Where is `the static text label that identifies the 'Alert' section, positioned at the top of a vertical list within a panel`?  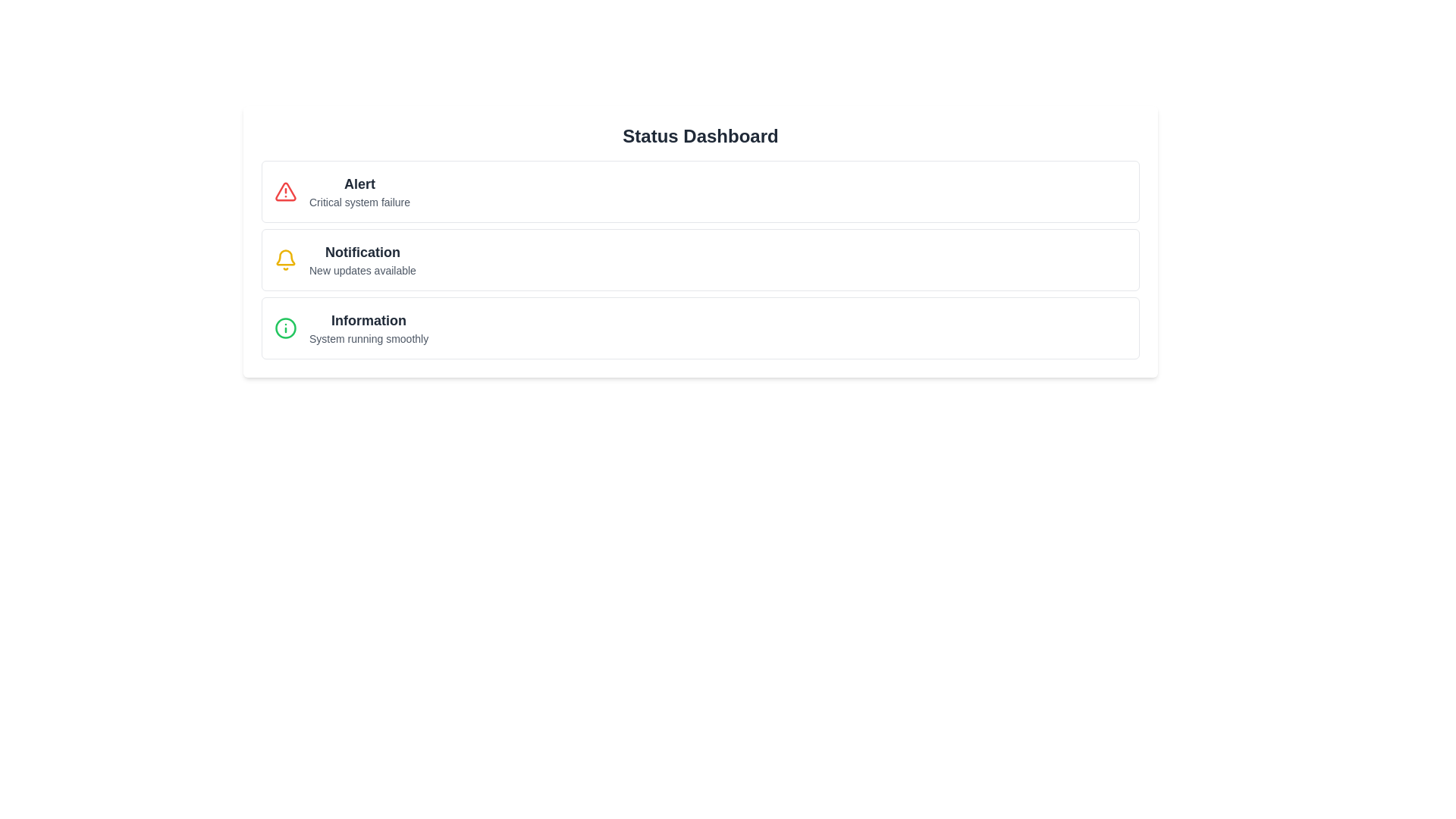 the static text label that identifies the 'Alert' section, positioned at the top of a vertical list within a panel is located at coordinates (359, 184).